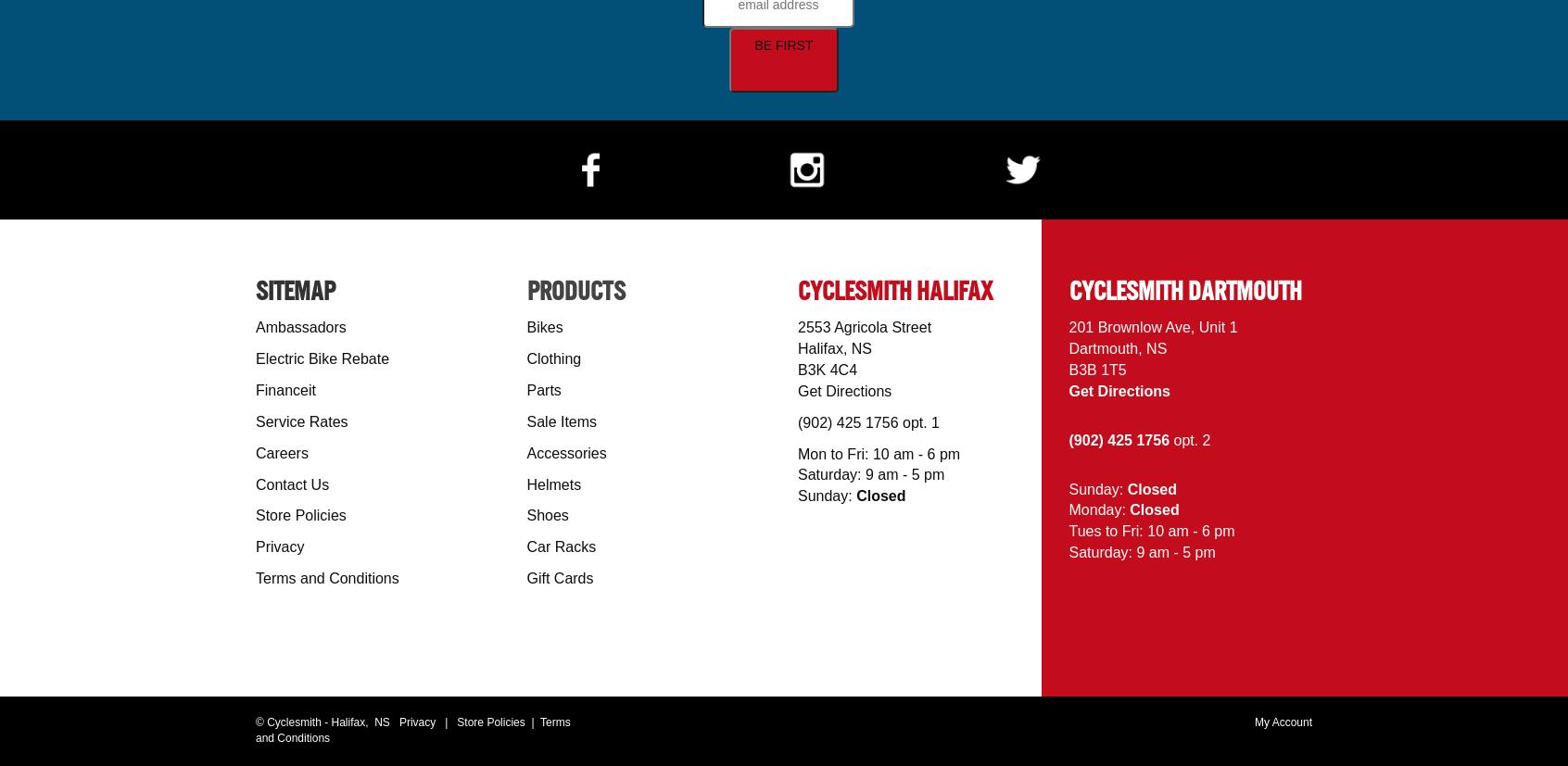 This screenshot has height=766, width=1568. What do you see at coordinates (1152, 326) in the screenshot?
I see `'201 Brownlow Ave, Unit 1'` at bounding box center [1152, 326].